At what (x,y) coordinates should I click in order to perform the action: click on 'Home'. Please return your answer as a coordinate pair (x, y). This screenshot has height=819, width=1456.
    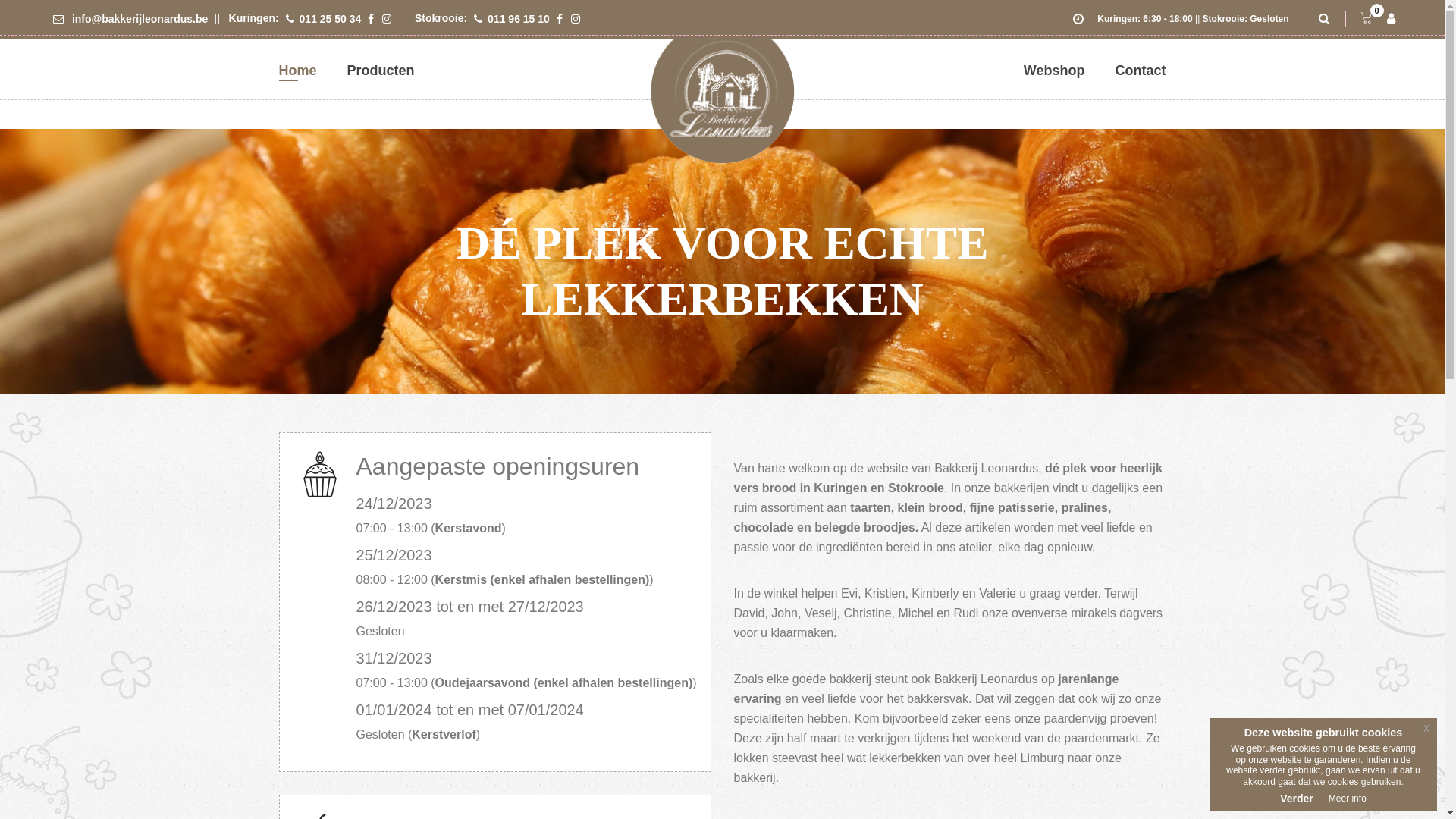
    Looking at the image, I should click on (298, 70).